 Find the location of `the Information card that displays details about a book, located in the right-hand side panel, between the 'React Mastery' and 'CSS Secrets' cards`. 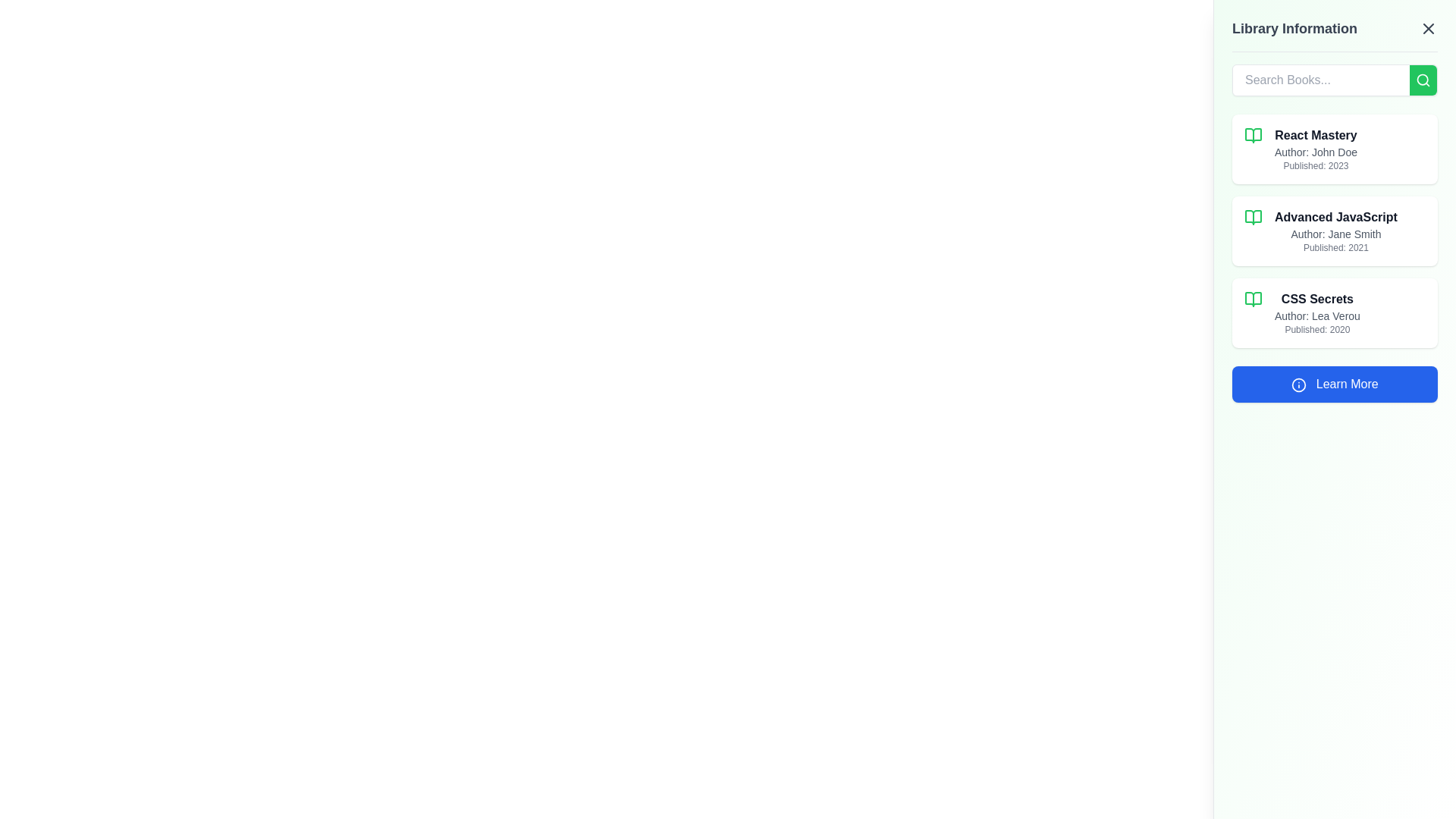

the Information card that displays details about a book, located in the right-hand side panel, between the 'React Mastery' and 'CSS Secrets' cards is located at coordinates (1335, 231).